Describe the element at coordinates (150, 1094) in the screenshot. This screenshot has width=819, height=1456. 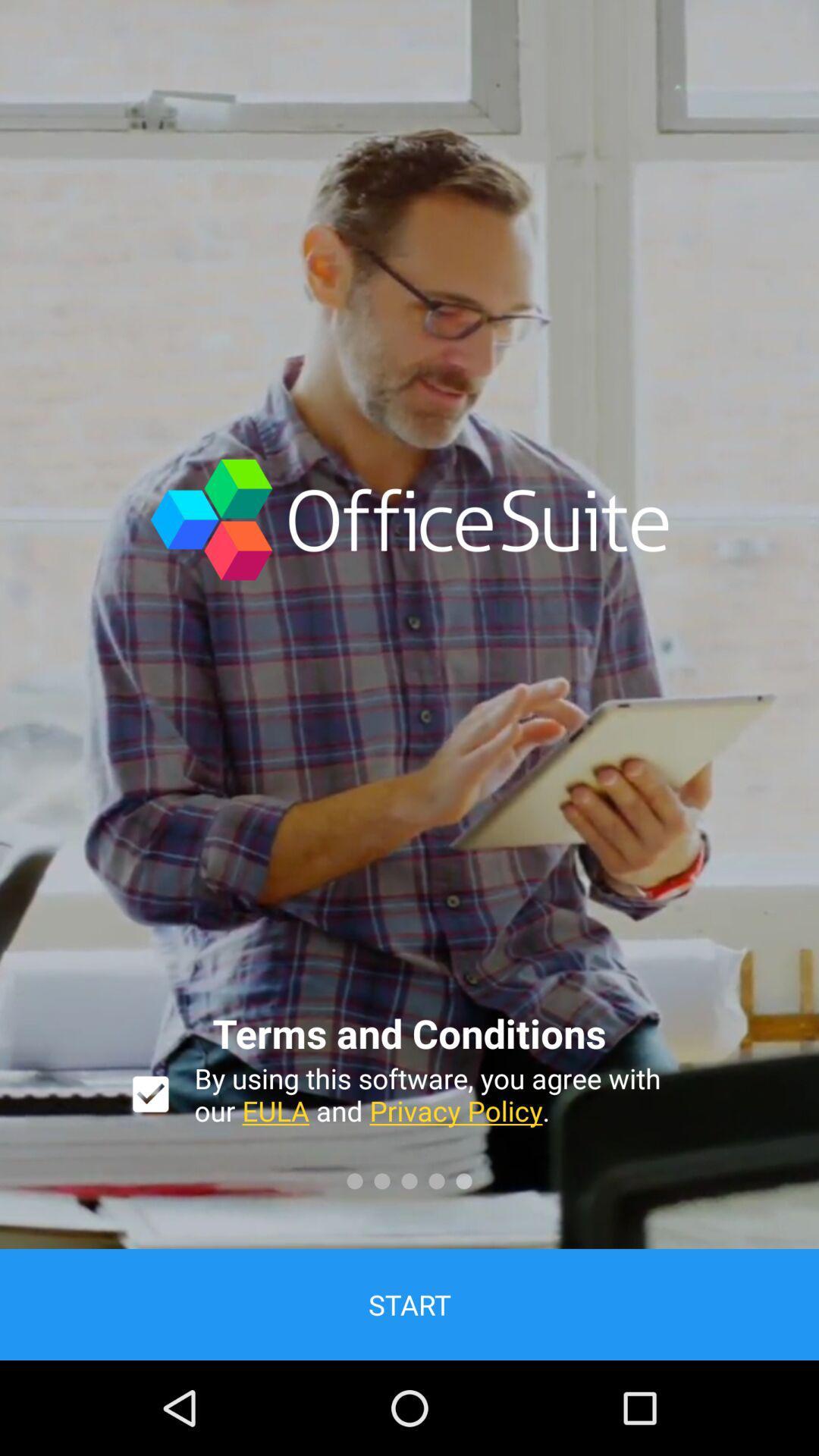
I see `agree to the terms and conditions` at that location.